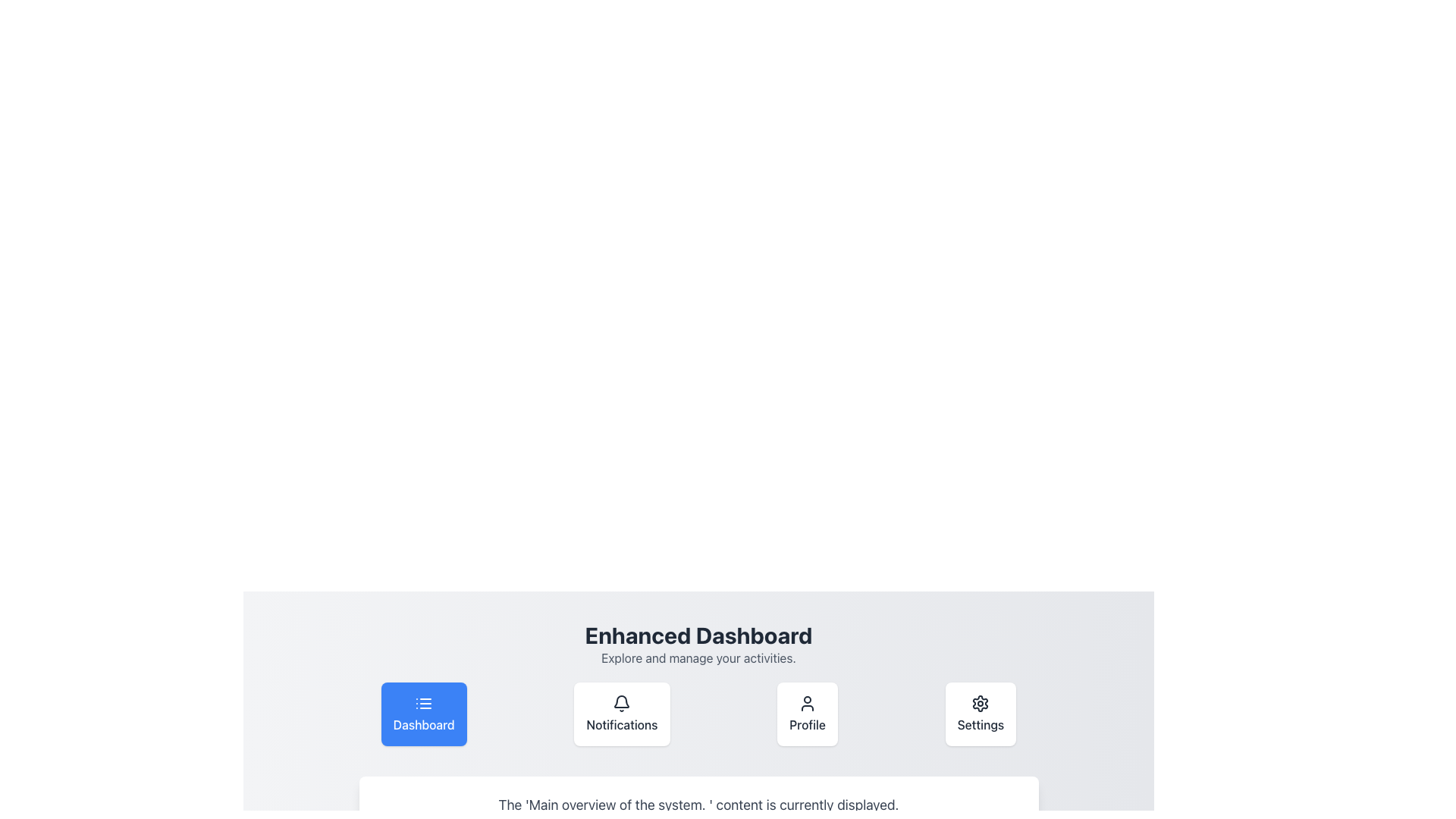 The width and height of the screenshot is (1456, 819). Describe the element at coordinates (698, 635) in the screenshot. I see `the static header element that introduces the dashboard section, positioned above the text 'Explore and manage your activities.'` at that location.